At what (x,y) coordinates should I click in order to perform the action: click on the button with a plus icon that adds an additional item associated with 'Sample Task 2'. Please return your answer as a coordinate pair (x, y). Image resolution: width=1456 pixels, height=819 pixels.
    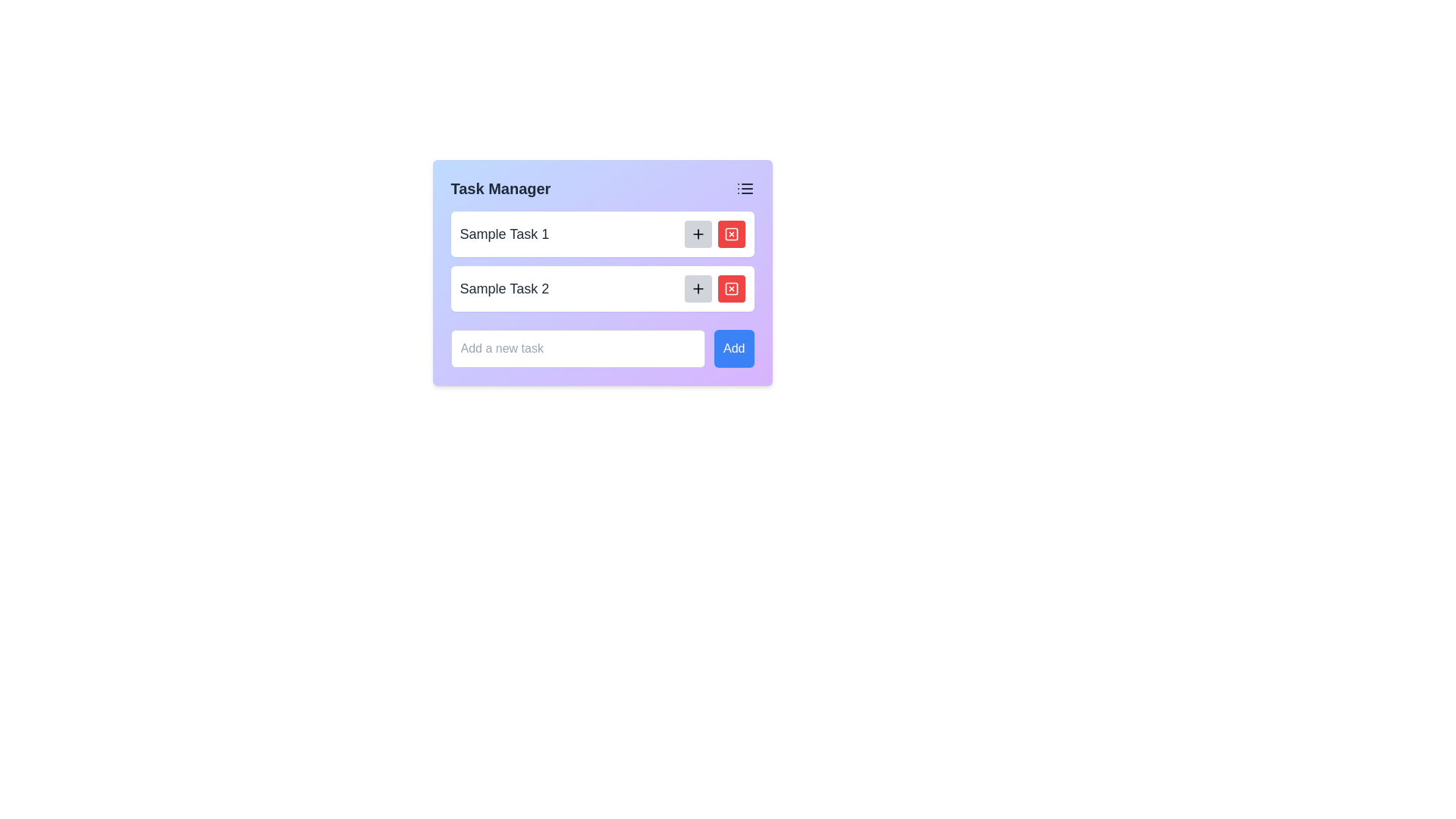
    Looking at the image, I should click on (697, 289).